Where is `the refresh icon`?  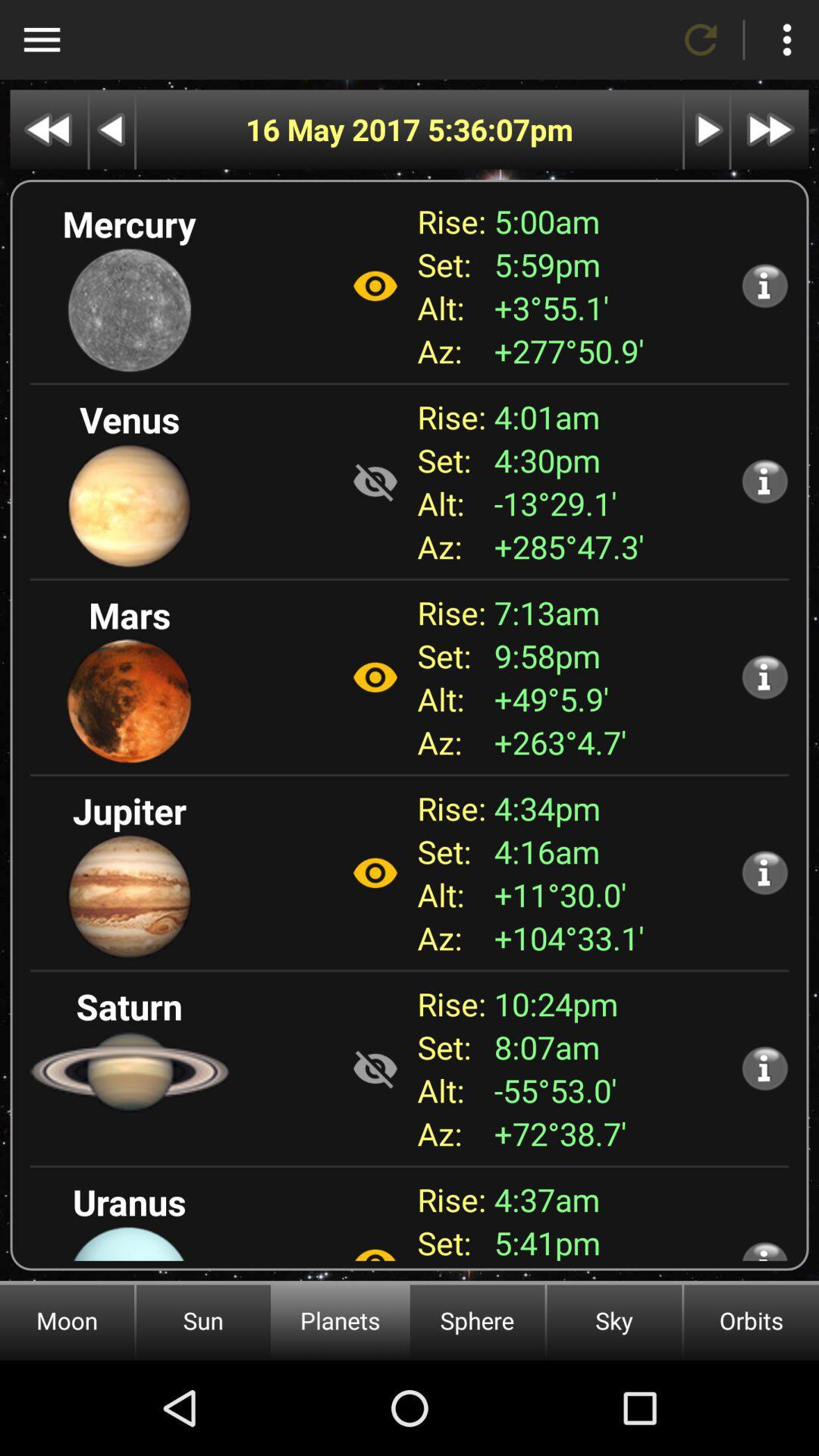 the refresh icon is located at coordinates (701, 39).